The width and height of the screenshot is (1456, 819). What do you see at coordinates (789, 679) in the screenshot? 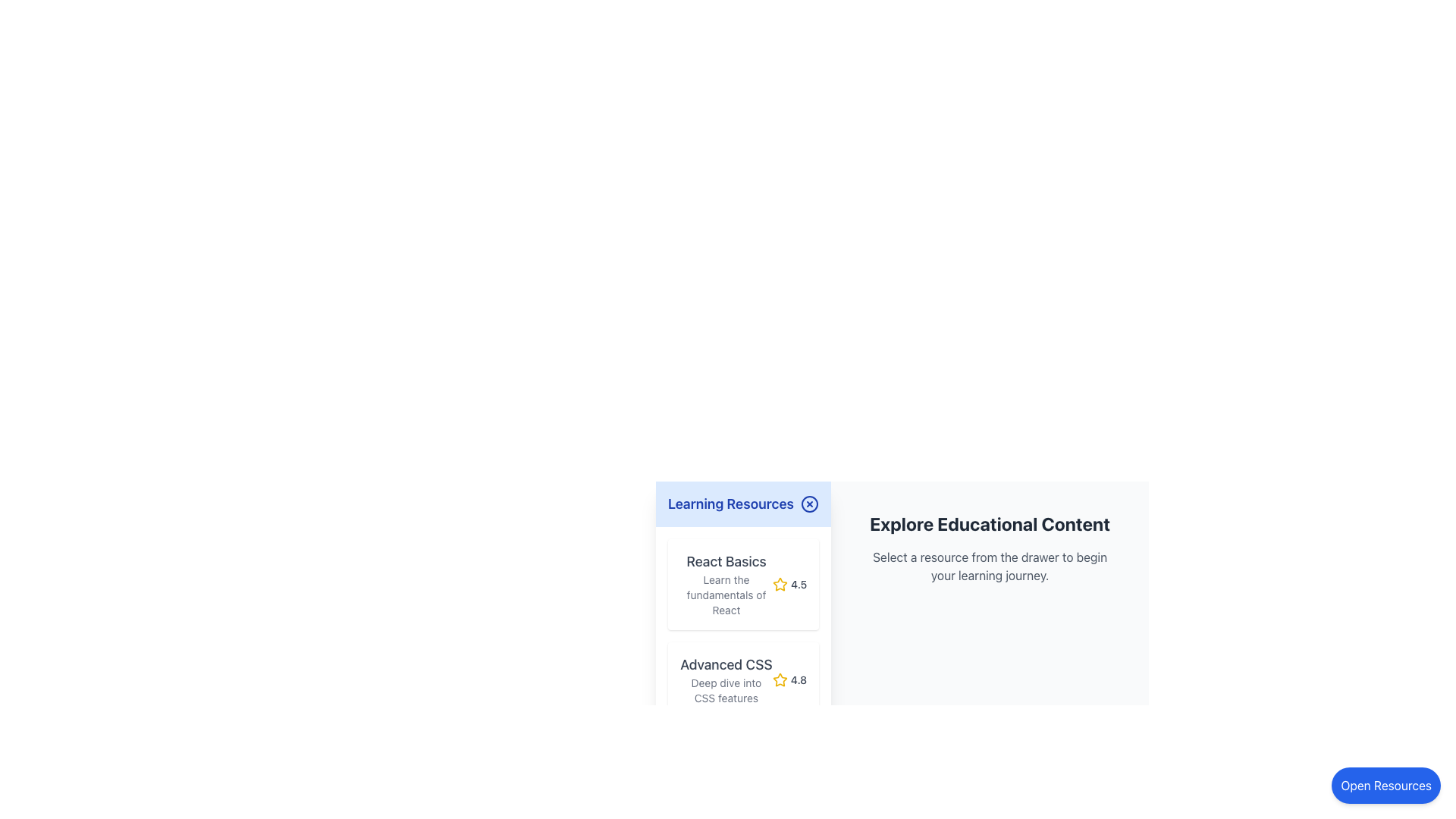
I see `the rating display indicating the average rating for the 'Advanced CSS' resource, located to the right of the 'Deep dive into CSS features' text in the 'Learning Resources' panel` at bounding box center [789, 679].